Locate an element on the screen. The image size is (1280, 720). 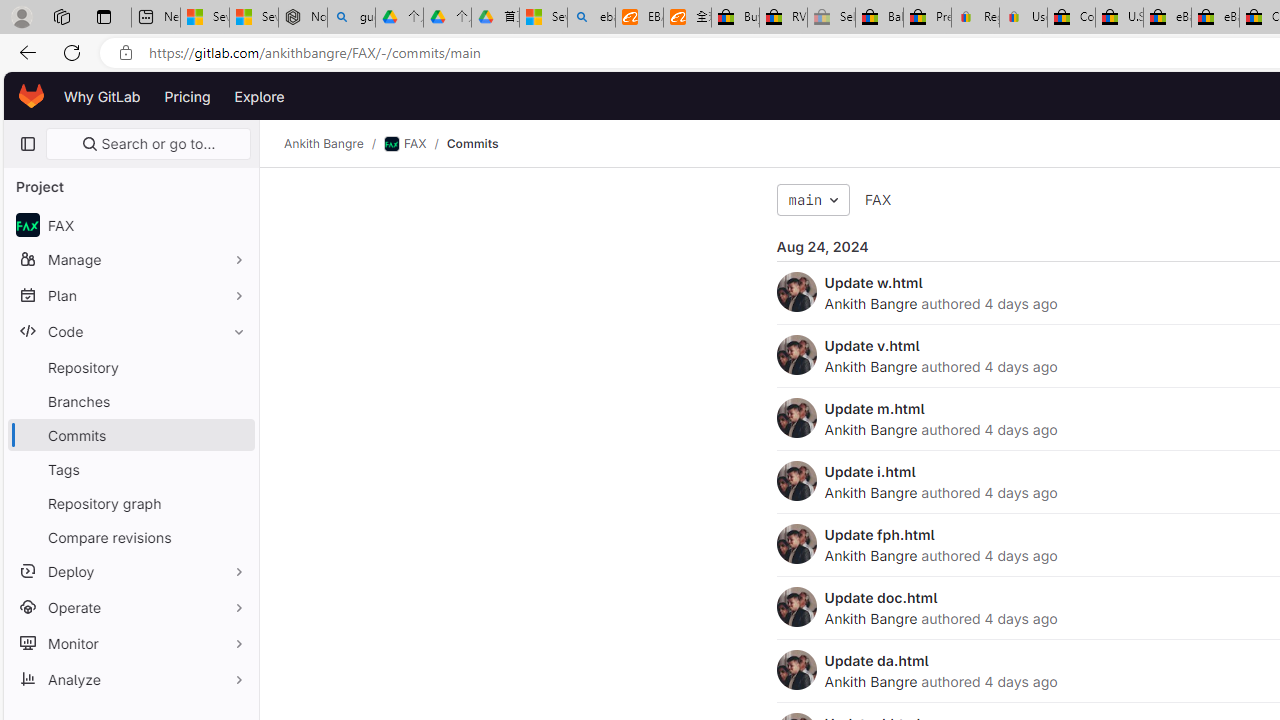
'Consumer Health Data Privacy Policy - eBay Inc.' is located at coordinates (1070, 17).